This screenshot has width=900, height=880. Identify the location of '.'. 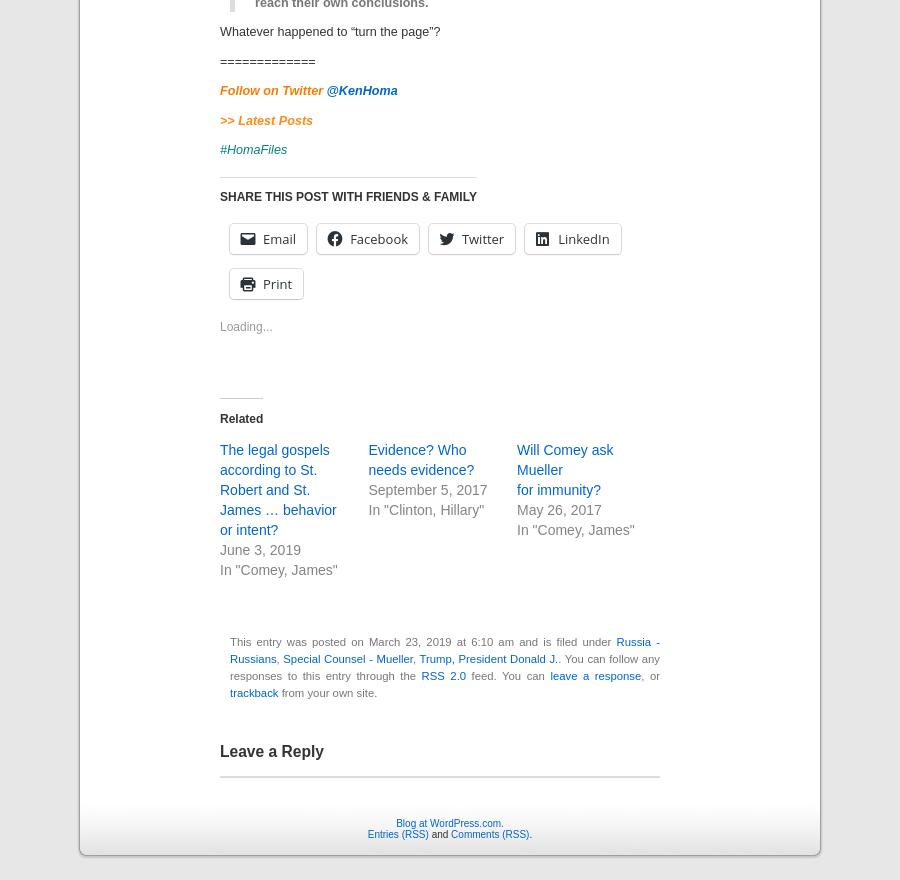
(529, 832).